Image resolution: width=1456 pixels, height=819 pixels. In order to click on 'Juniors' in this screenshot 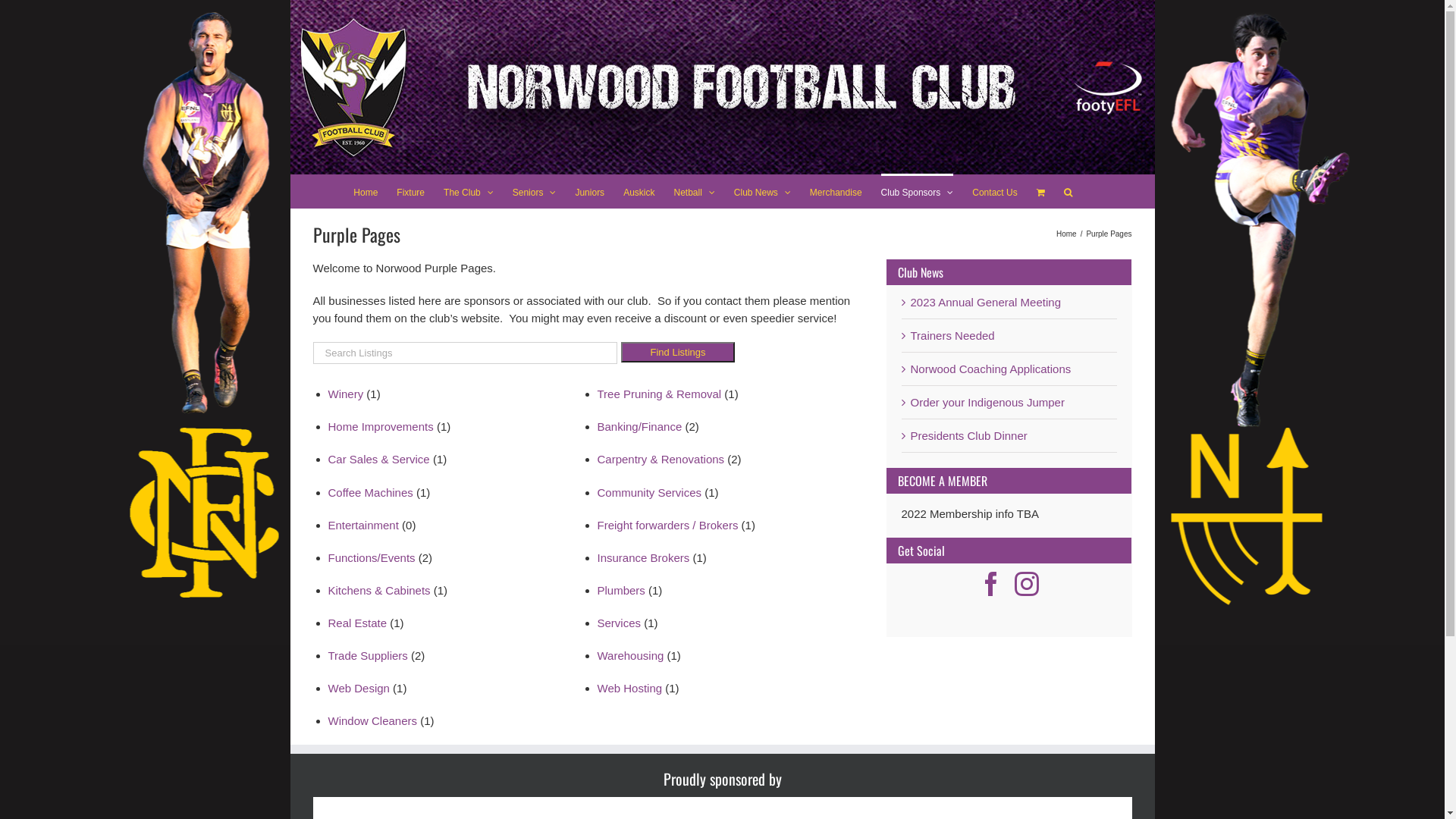, I will do `click(588, 190)`.